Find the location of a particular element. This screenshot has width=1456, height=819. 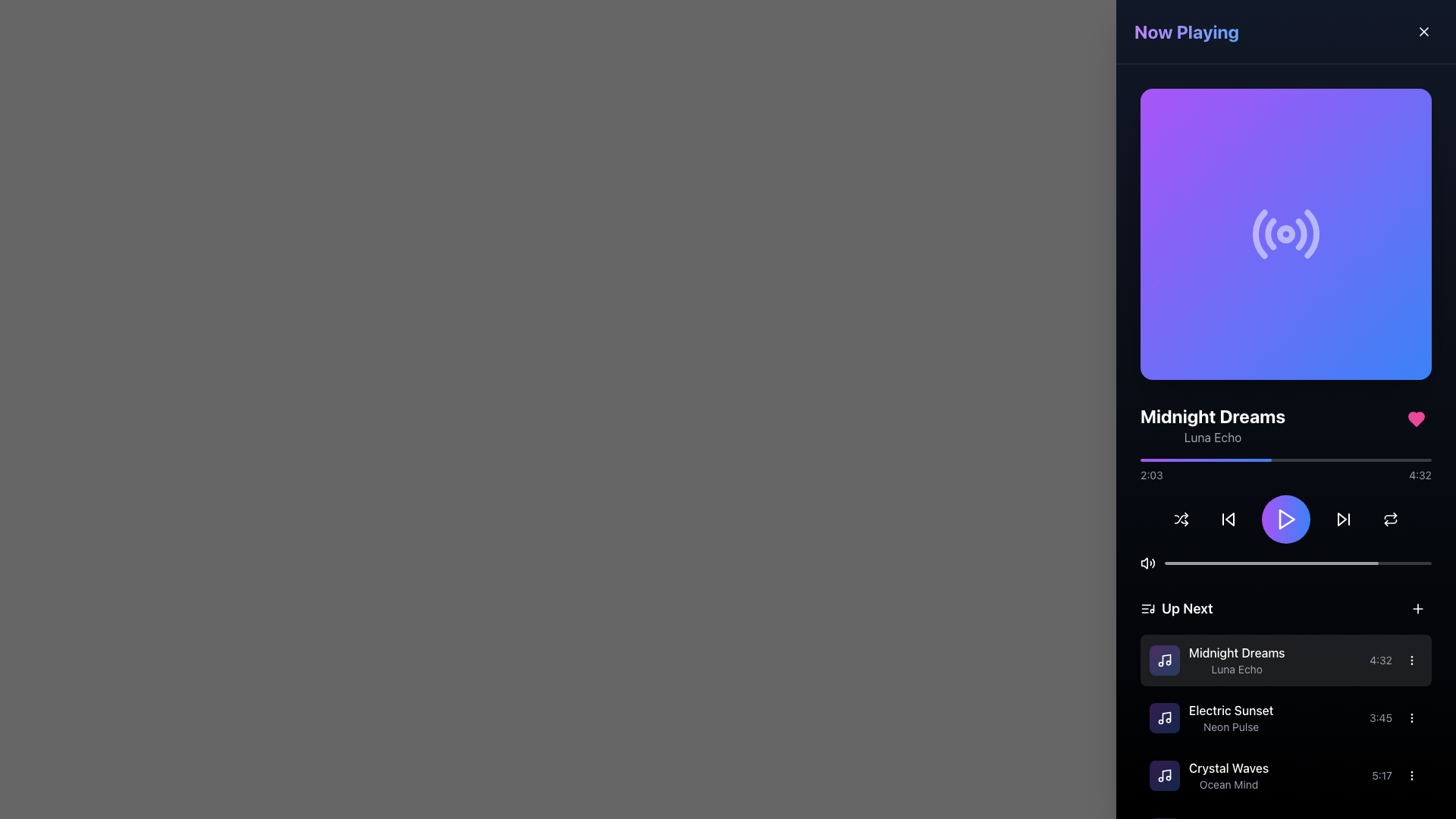

the close button located in the top-right corner of the 'Now Playing' header bar to change its style is located at coordinates (1423, 32).